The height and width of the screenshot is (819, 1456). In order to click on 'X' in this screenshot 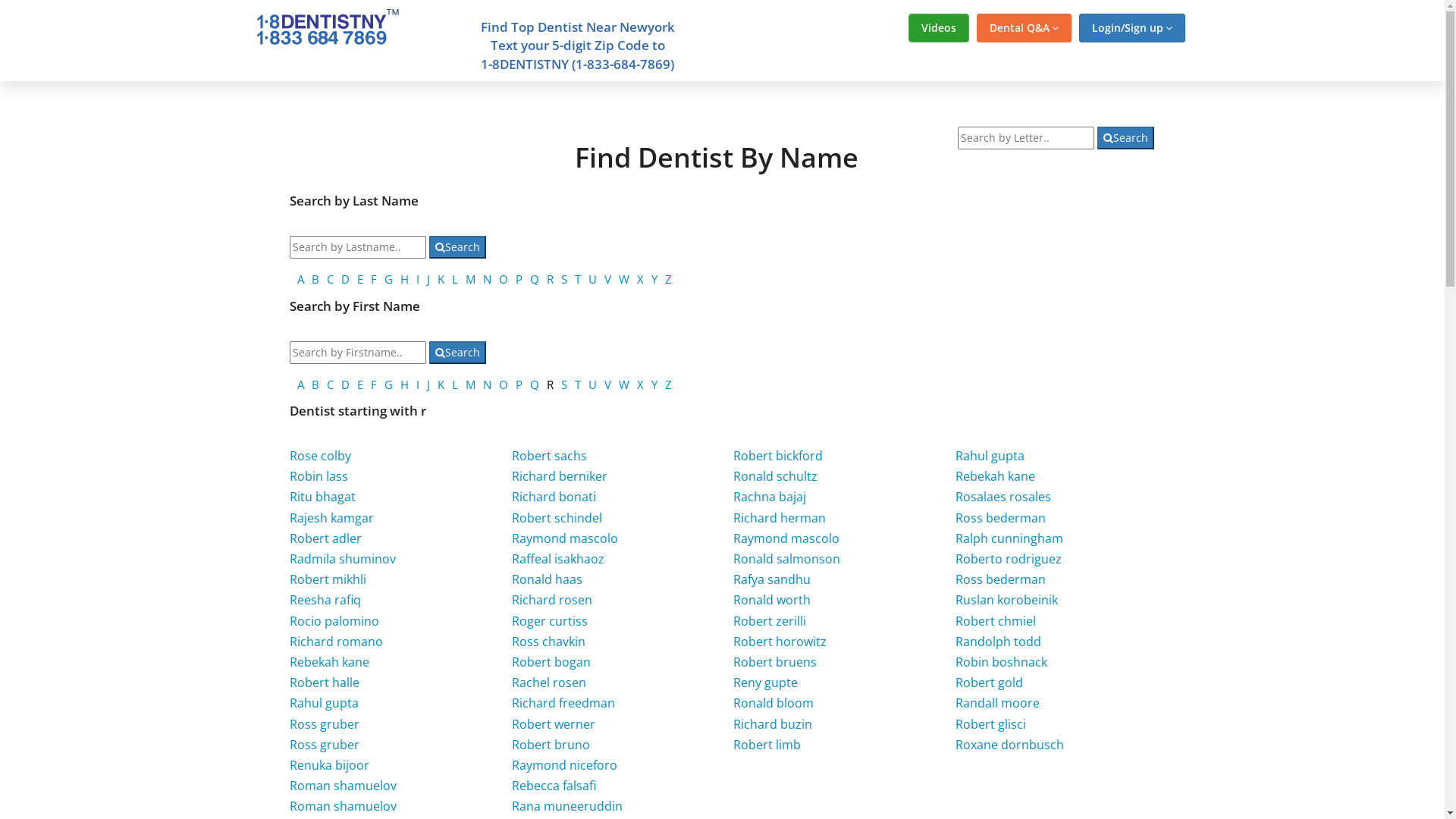, I will do `click(640, 278)`.